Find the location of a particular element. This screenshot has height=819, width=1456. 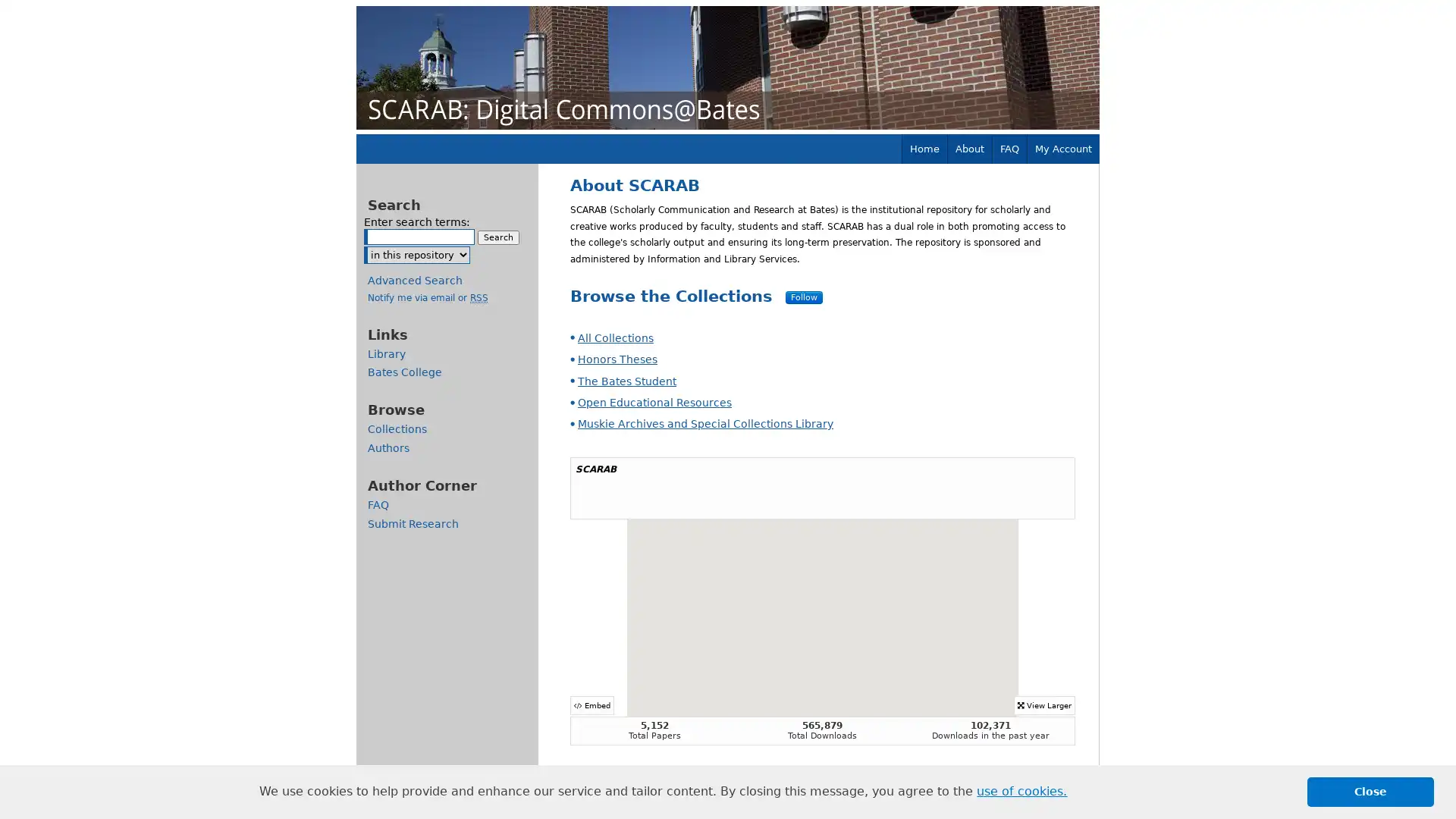

learn more about cookies is located at coordinates (1021, 791).